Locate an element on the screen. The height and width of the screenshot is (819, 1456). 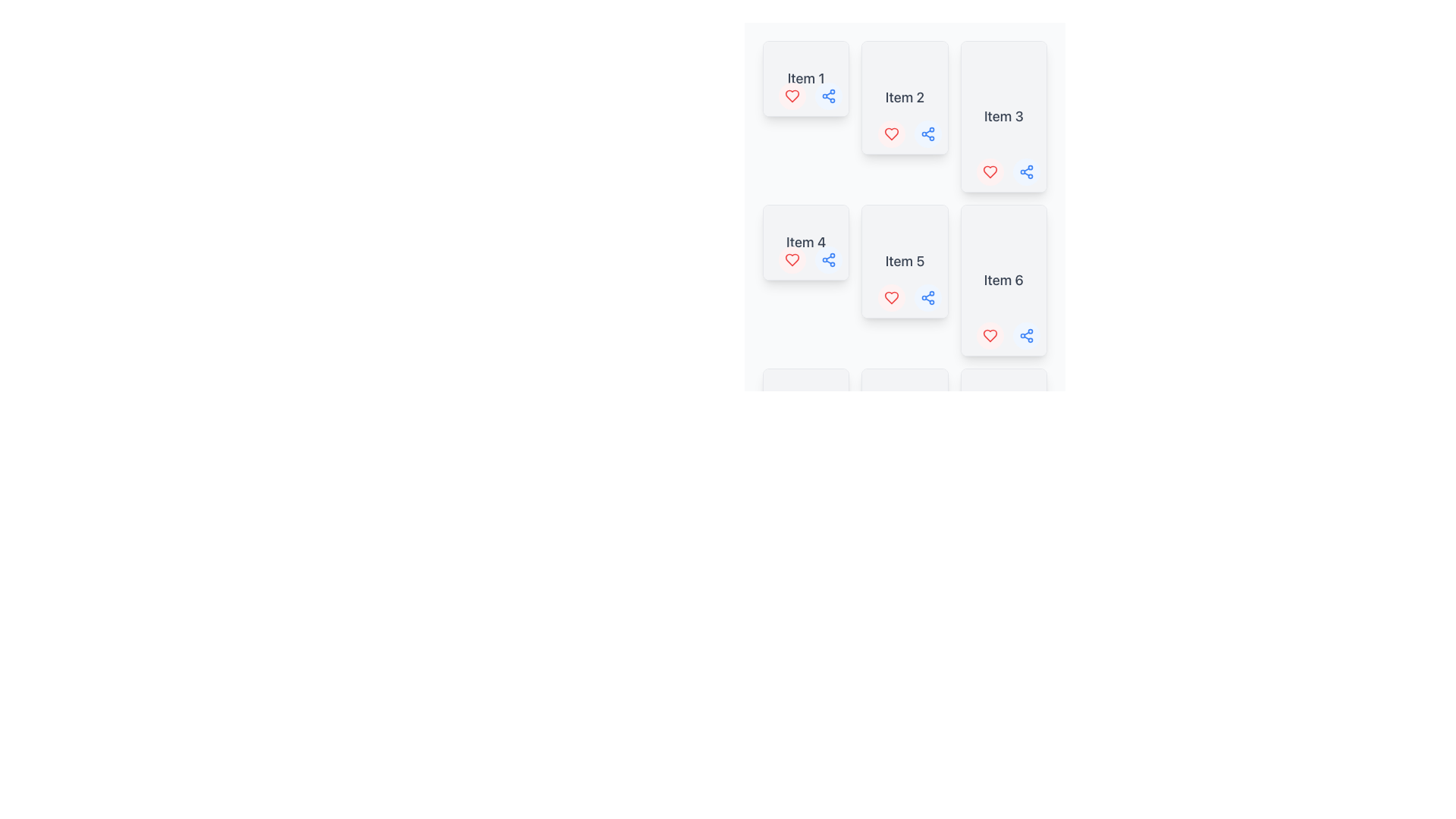
the 'like' button located in the lower-right corner of the card labeled 'Item 4' is located at coordinates (792, 259).